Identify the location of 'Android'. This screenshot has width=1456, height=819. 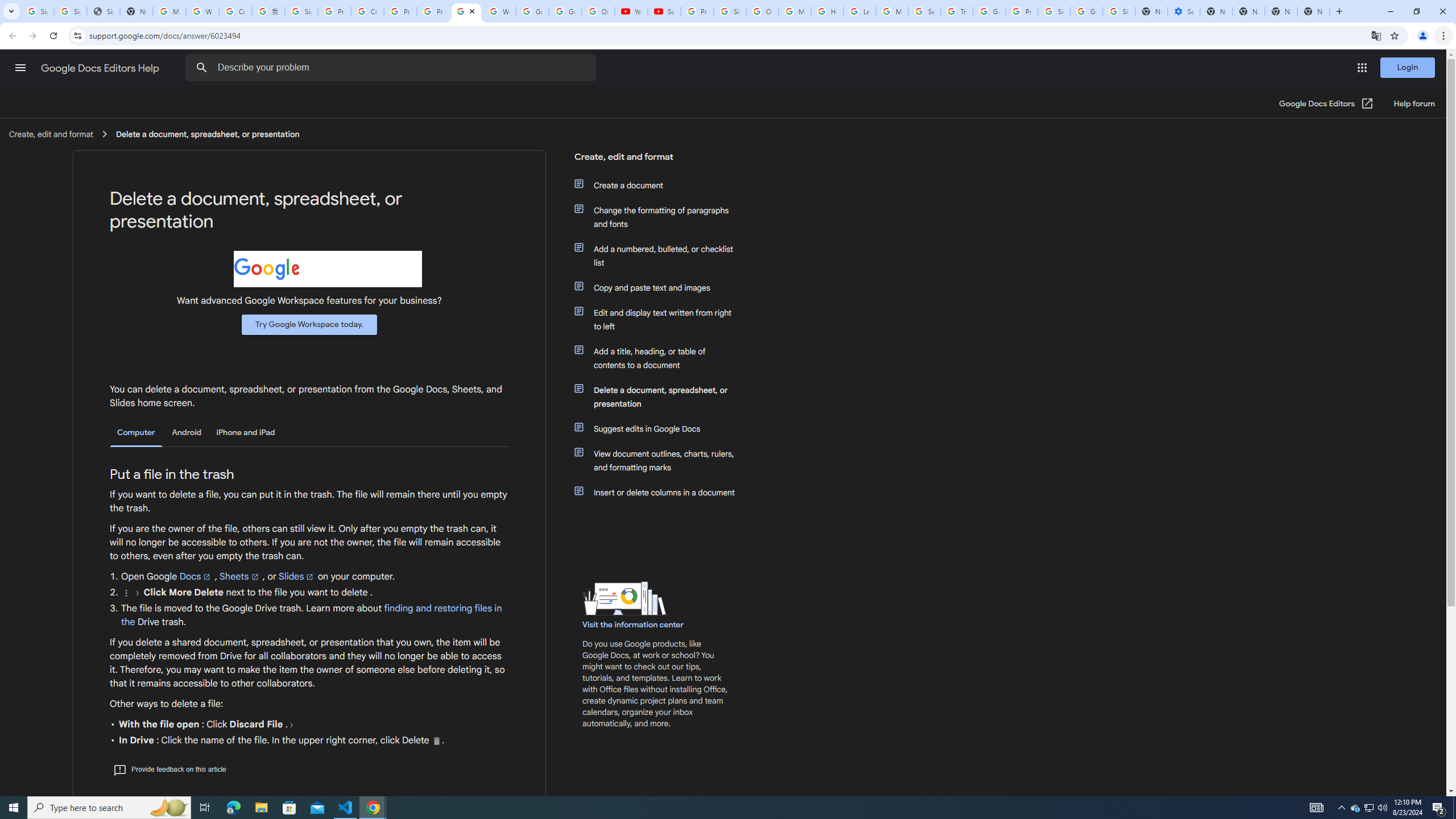
(186, 432).